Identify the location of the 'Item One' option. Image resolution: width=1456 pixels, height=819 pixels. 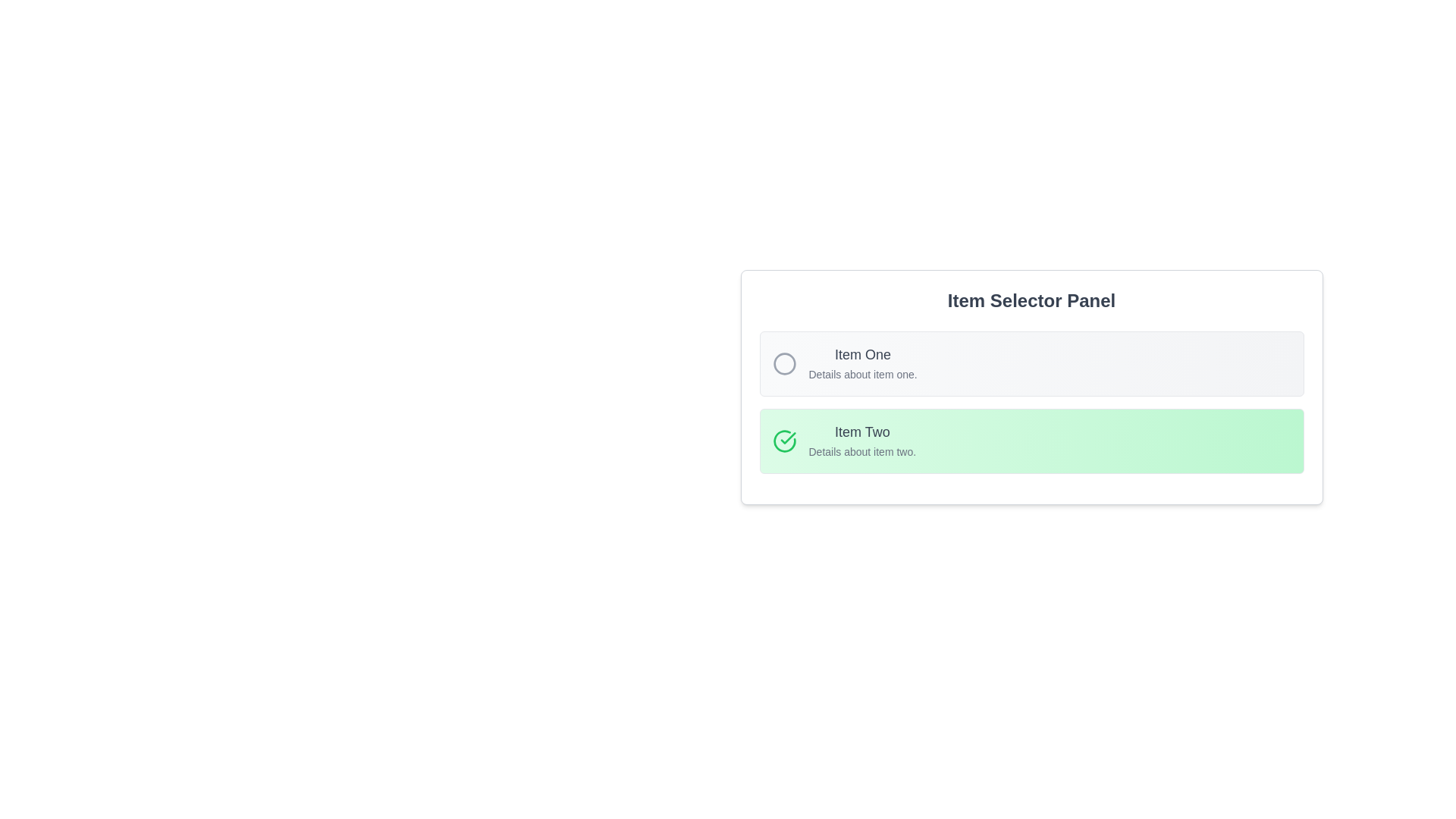
(1031, 363).